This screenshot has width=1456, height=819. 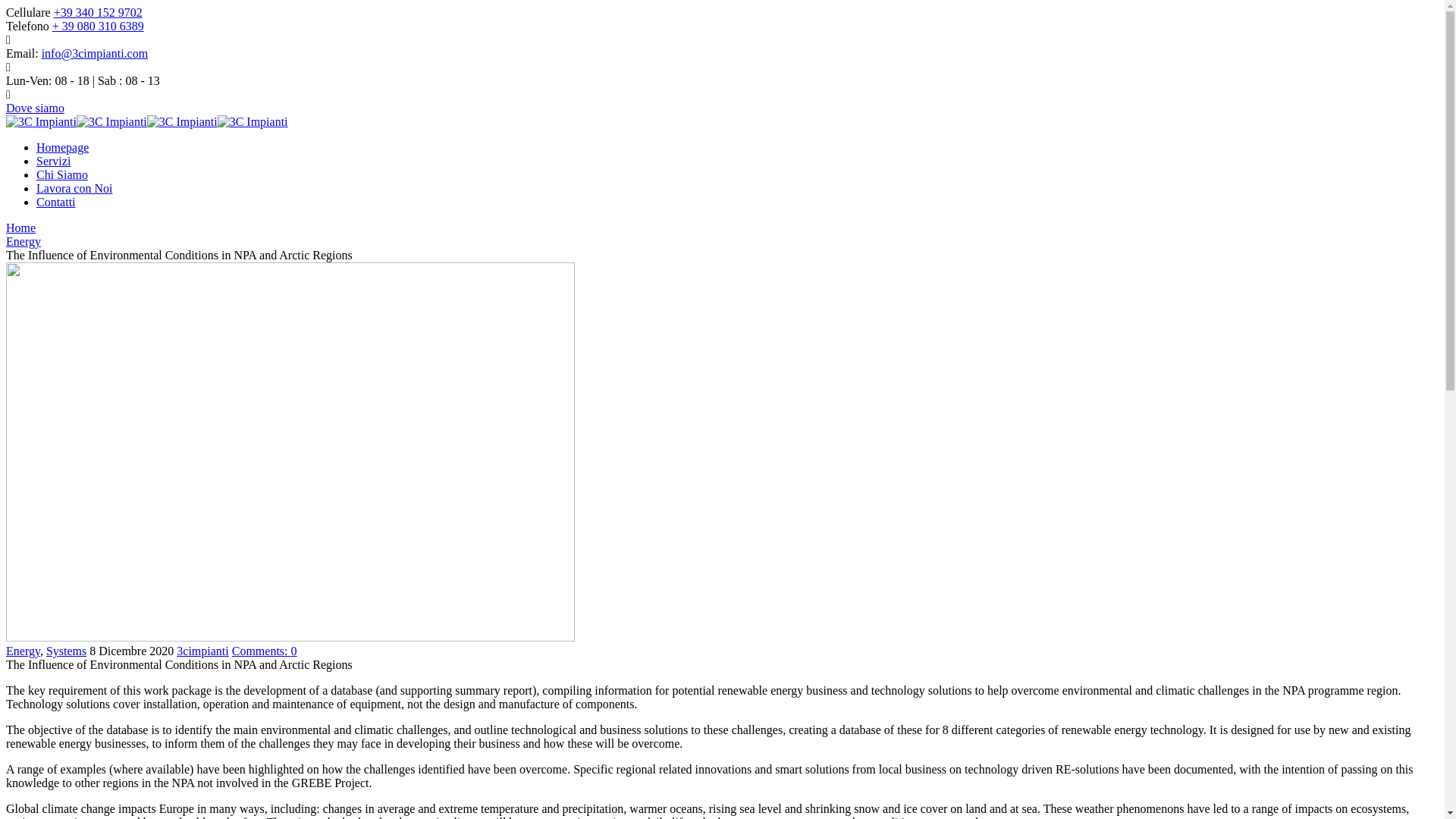 What do you see at coordinates (61, 174) in the screenshot?
I see `'Chi Siamo'` at bounding box center [61, 174].